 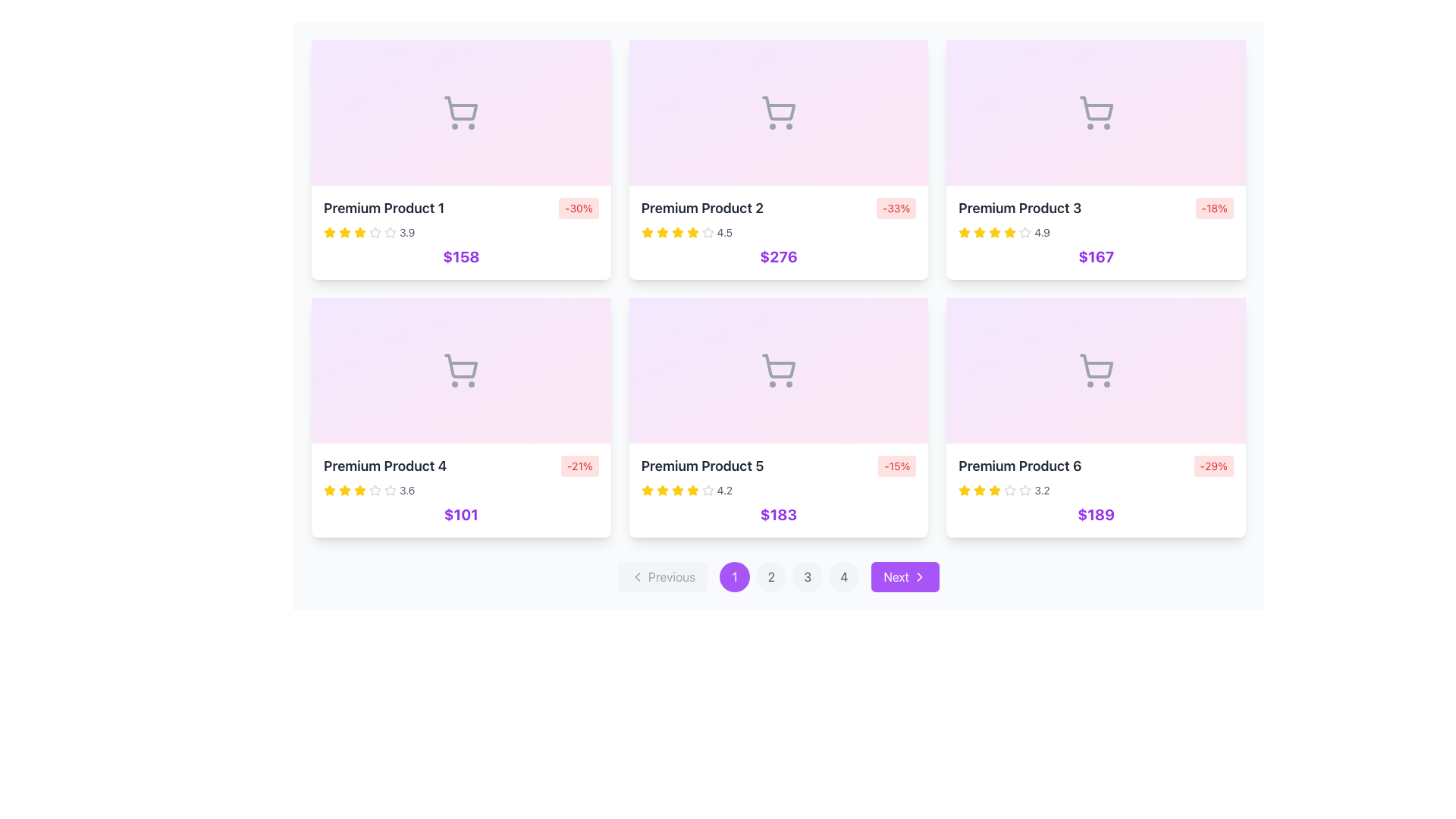 I want to click on the title and discount badge displaying 'Premium Product 4' in the first column of the second row of product cards, so click(x=460, y=465).